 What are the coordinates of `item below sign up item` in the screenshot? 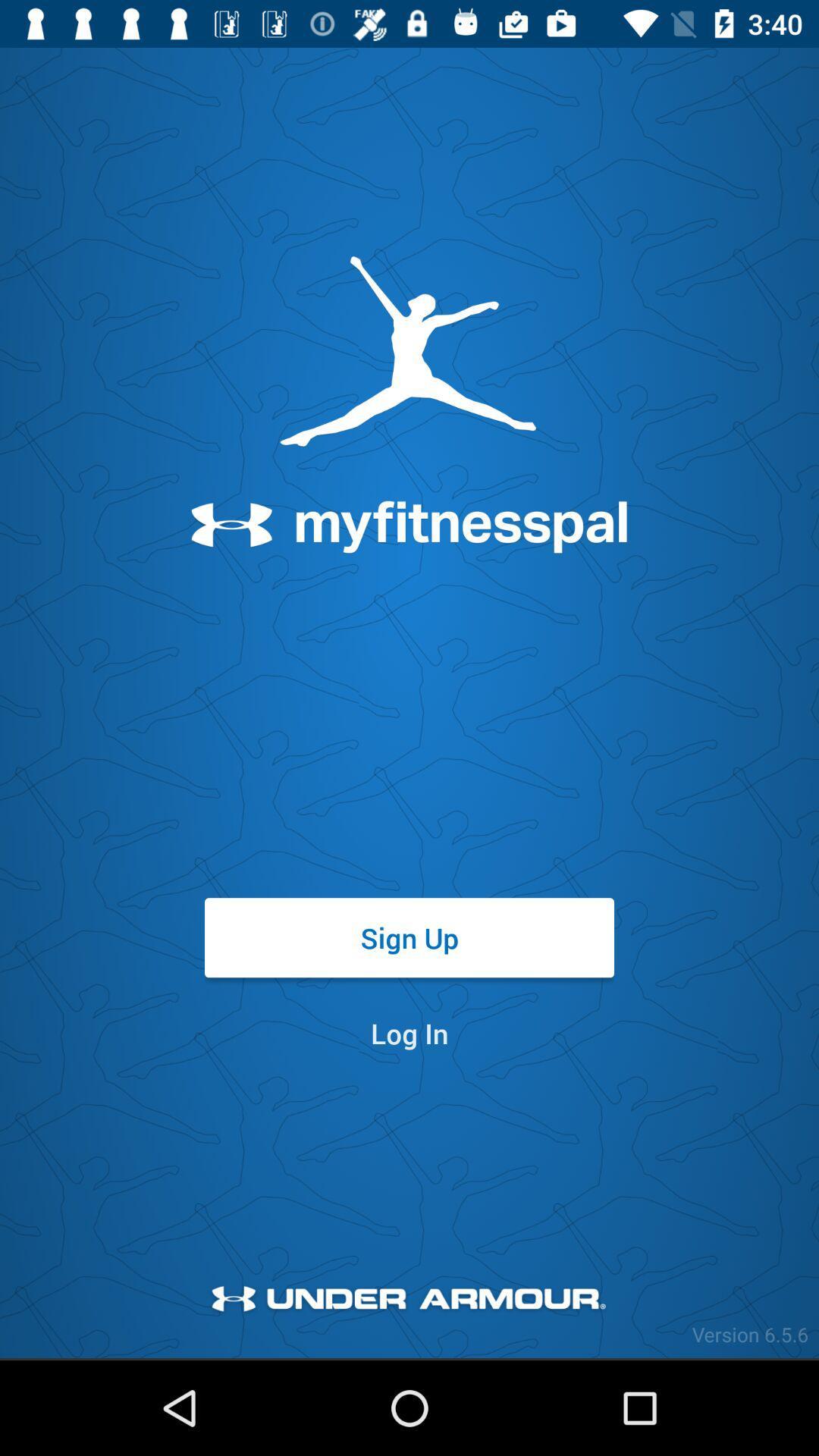 It's located at (409, 1032).